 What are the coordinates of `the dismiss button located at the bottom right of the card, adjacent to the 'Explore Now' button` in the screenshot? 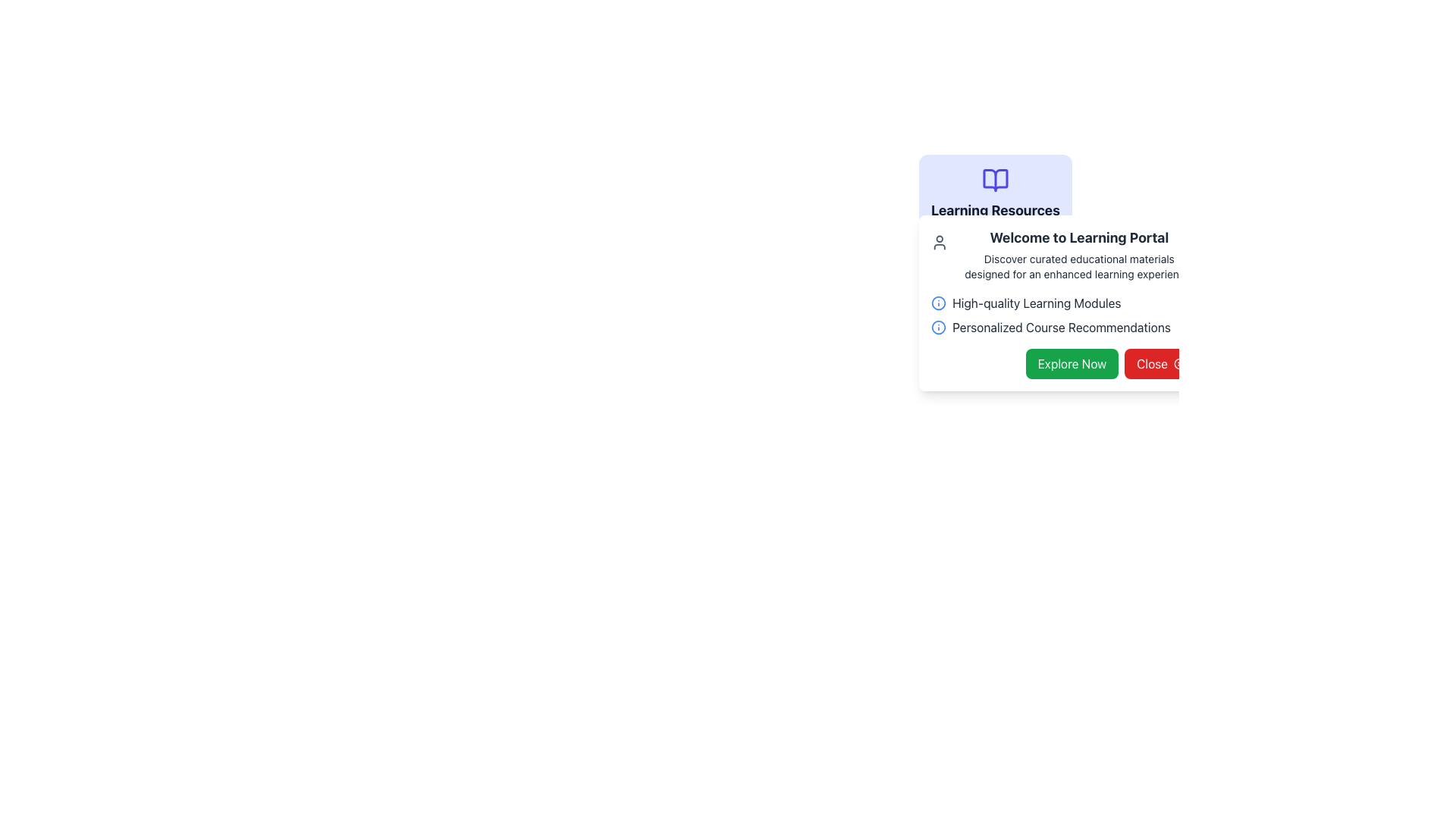 It's located at (1160, 363).